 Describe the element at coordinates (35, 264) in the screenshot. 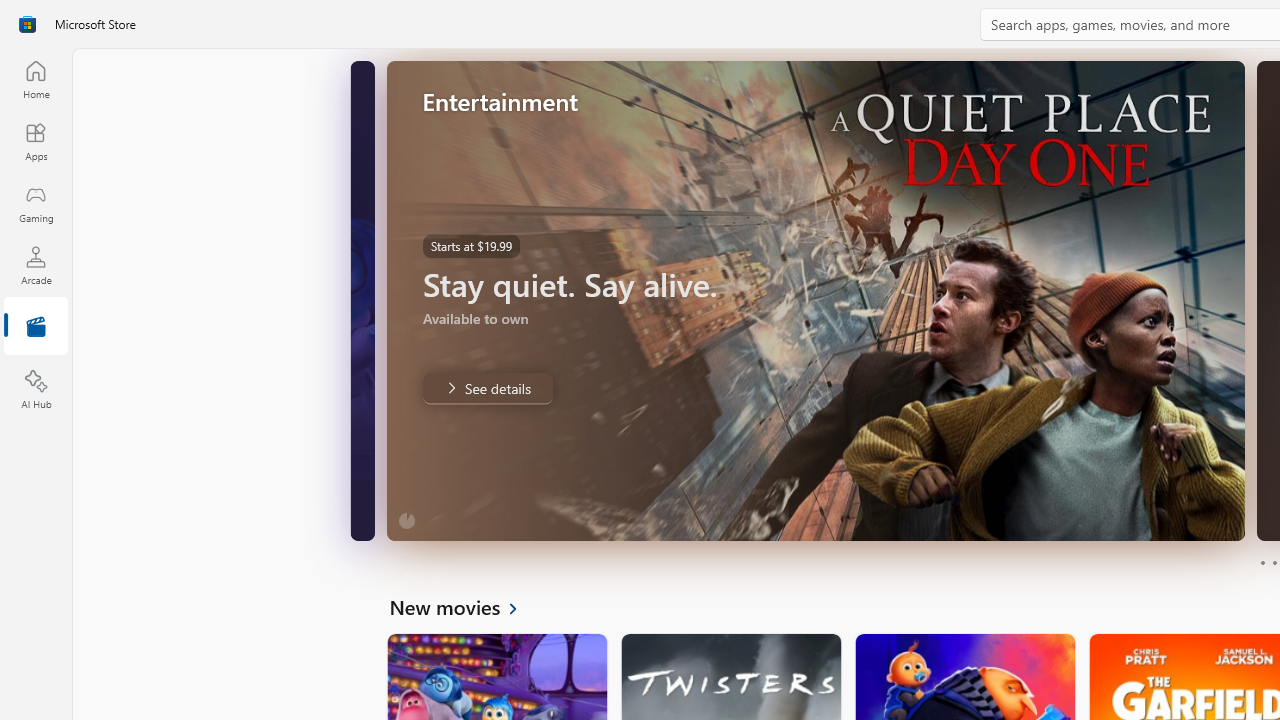

I see `'Arcade'` at that location.